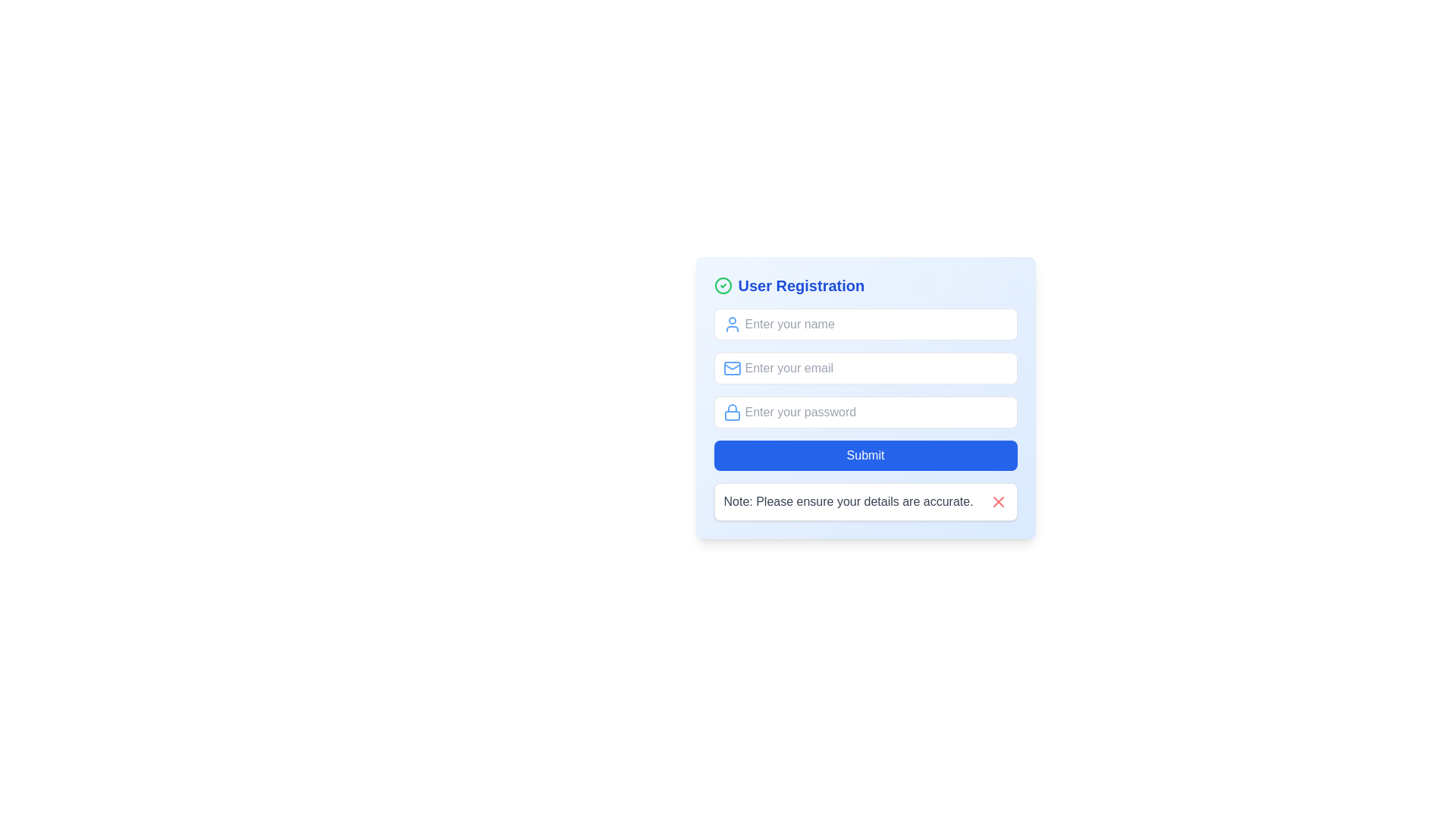 The image size is (1456, 819). I want to click on Circle SVG element representing a note or status indicator associated with the 'User Registration' heading, so click(722, 286).